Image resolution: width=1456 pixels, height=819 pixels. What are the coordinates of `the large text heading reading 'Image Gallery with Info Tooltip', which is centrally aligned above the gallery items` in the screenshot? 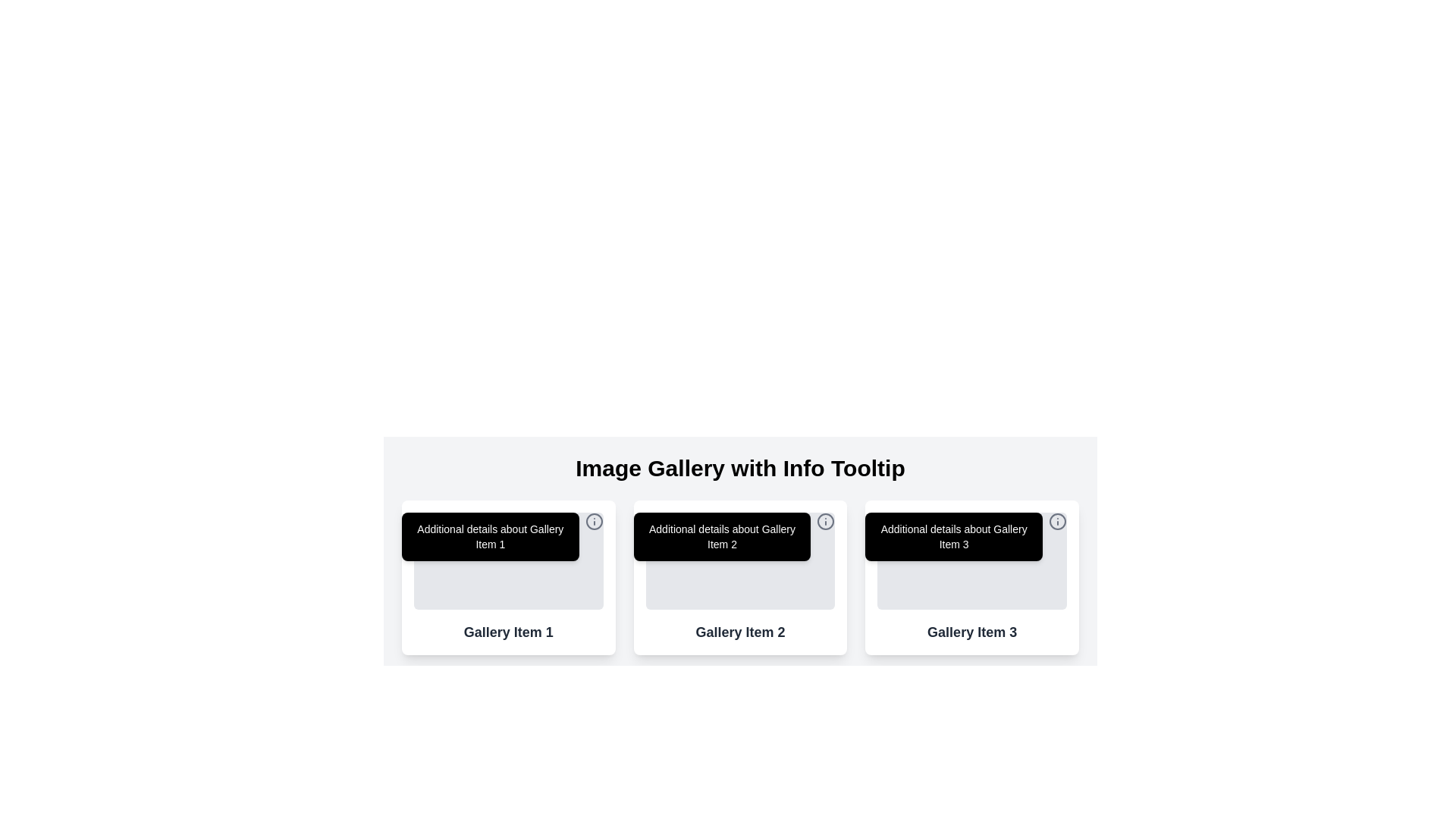 It's located at (740, 467).